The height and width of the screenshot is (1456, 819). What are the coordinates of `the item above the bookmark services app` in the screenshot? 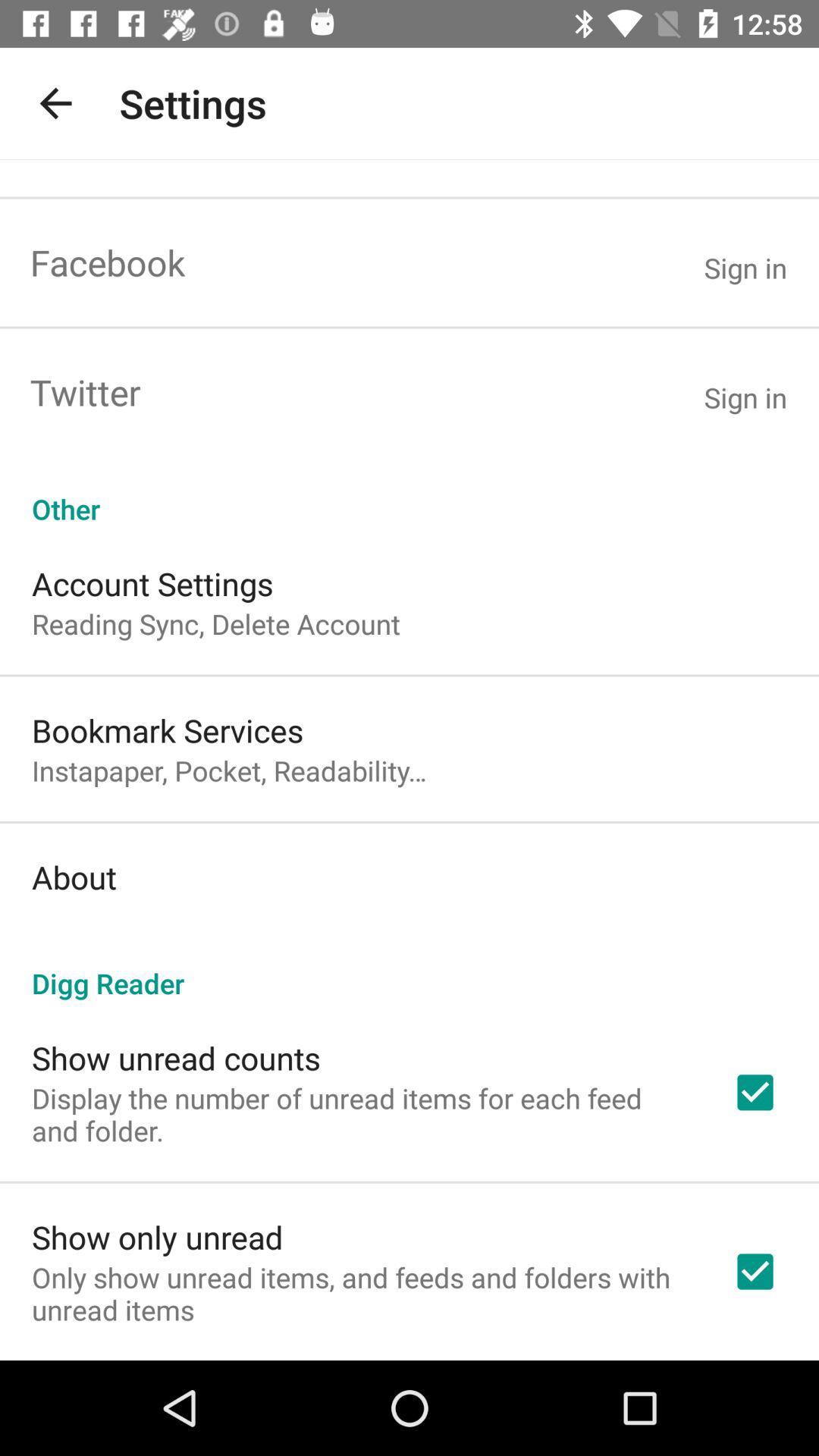 It's located at (216, 623).